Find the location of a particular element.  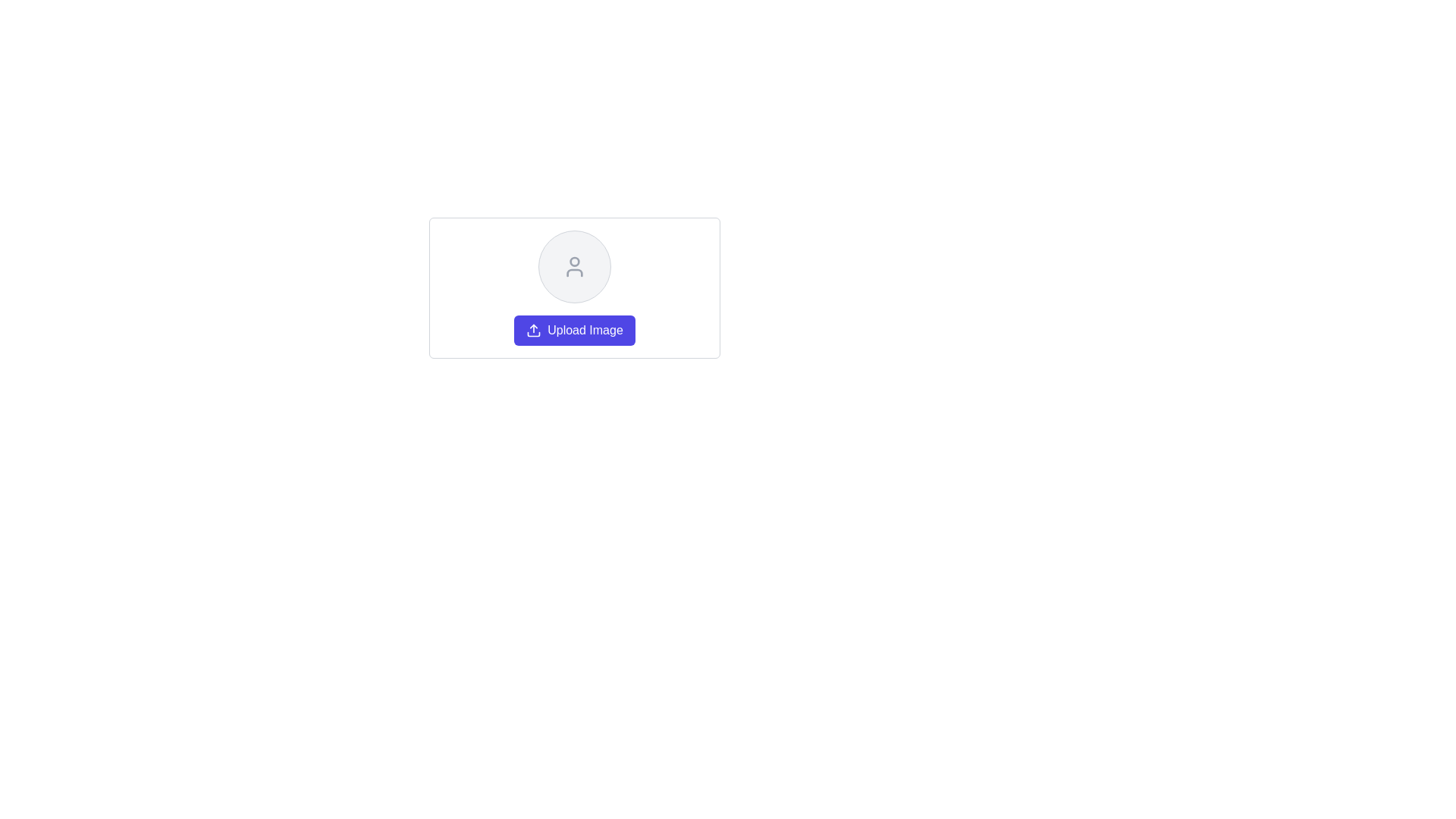

the Avatar Placeholder located at the top-center of the rectangular card, which serves as a default avatar for uploading a profile picture is located at coordinates (574, 265).